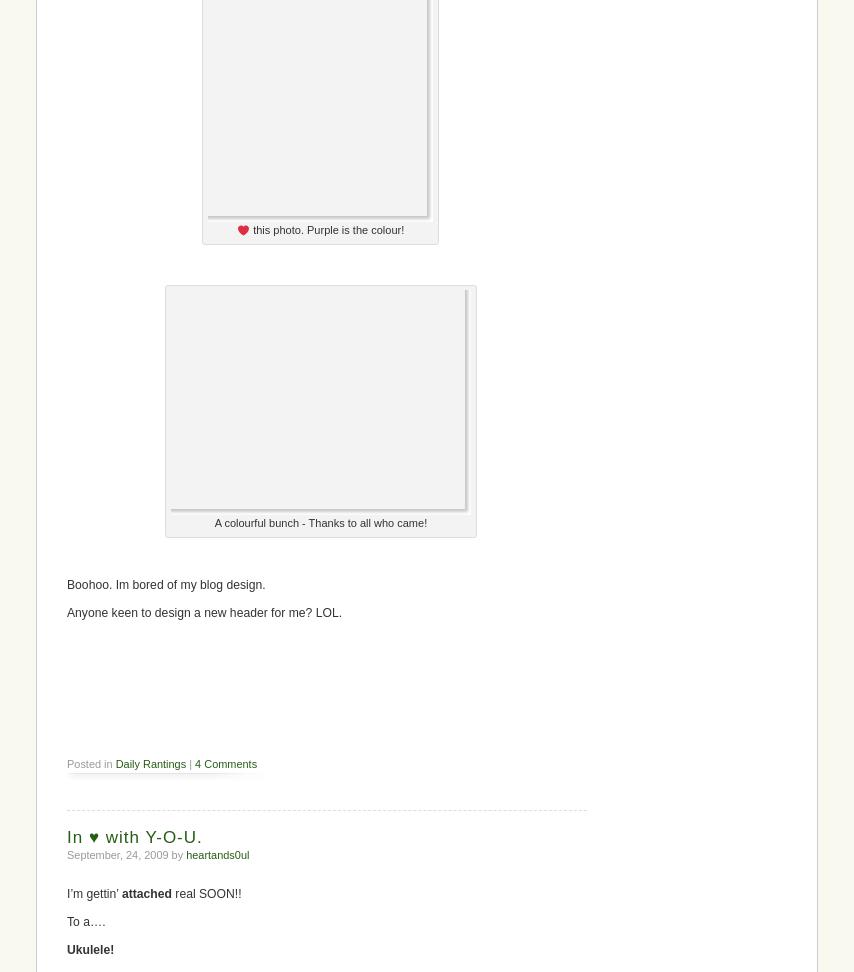 The width and height of the screenshot is (854, 972). I want to click on 'Daily Rantings', so click(149, 763).